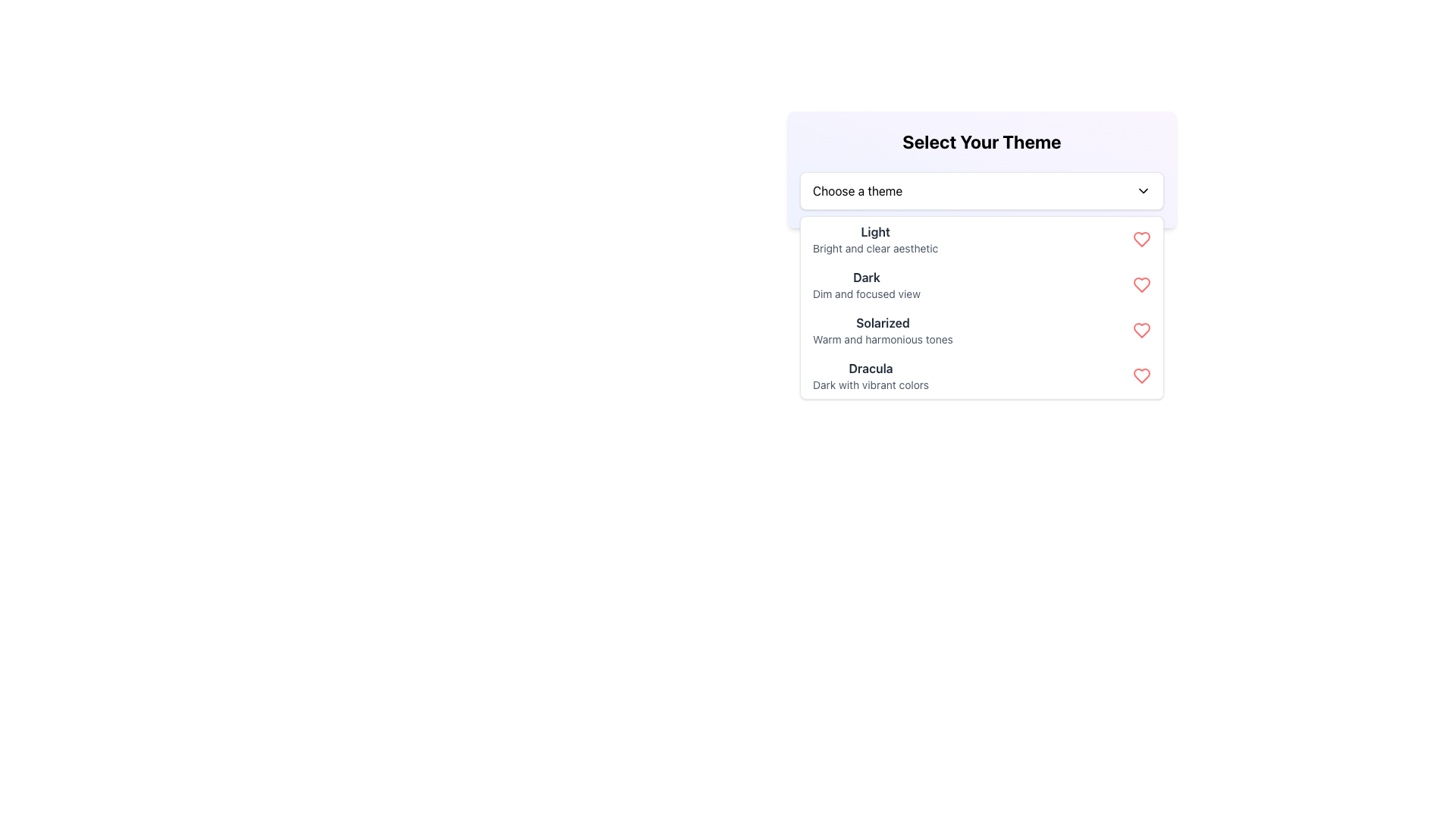 Image resolution: width=1456 pixels, height=819 pixels. Describe the element at coordinates (871, 375) in the screenshot. I see `the 'Dracula' theme list item, which is the third option in the dropdown menu labeled 'Select Your Theme'` at that location.